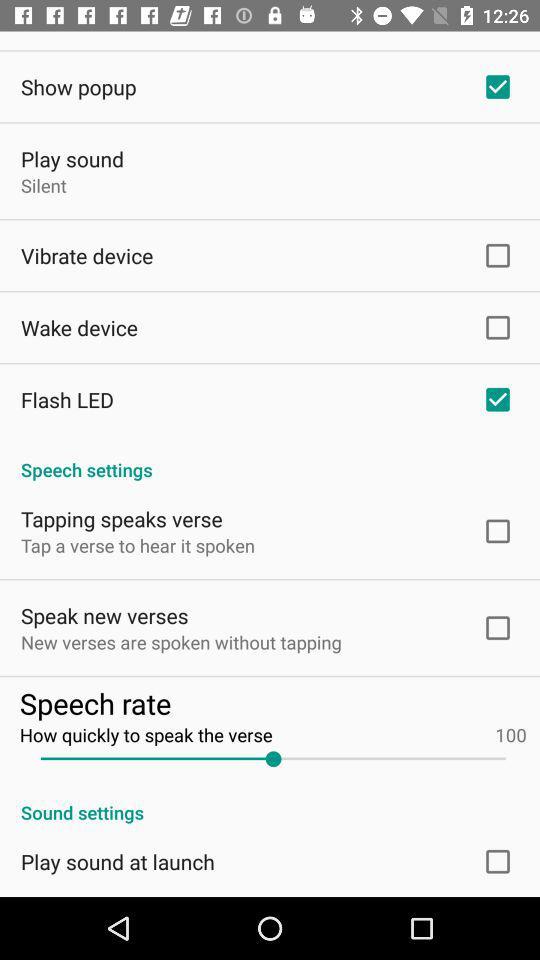  Describe the element at coordinates (272, 703) in the screenshot. I see `item below new verses are app` at that location.